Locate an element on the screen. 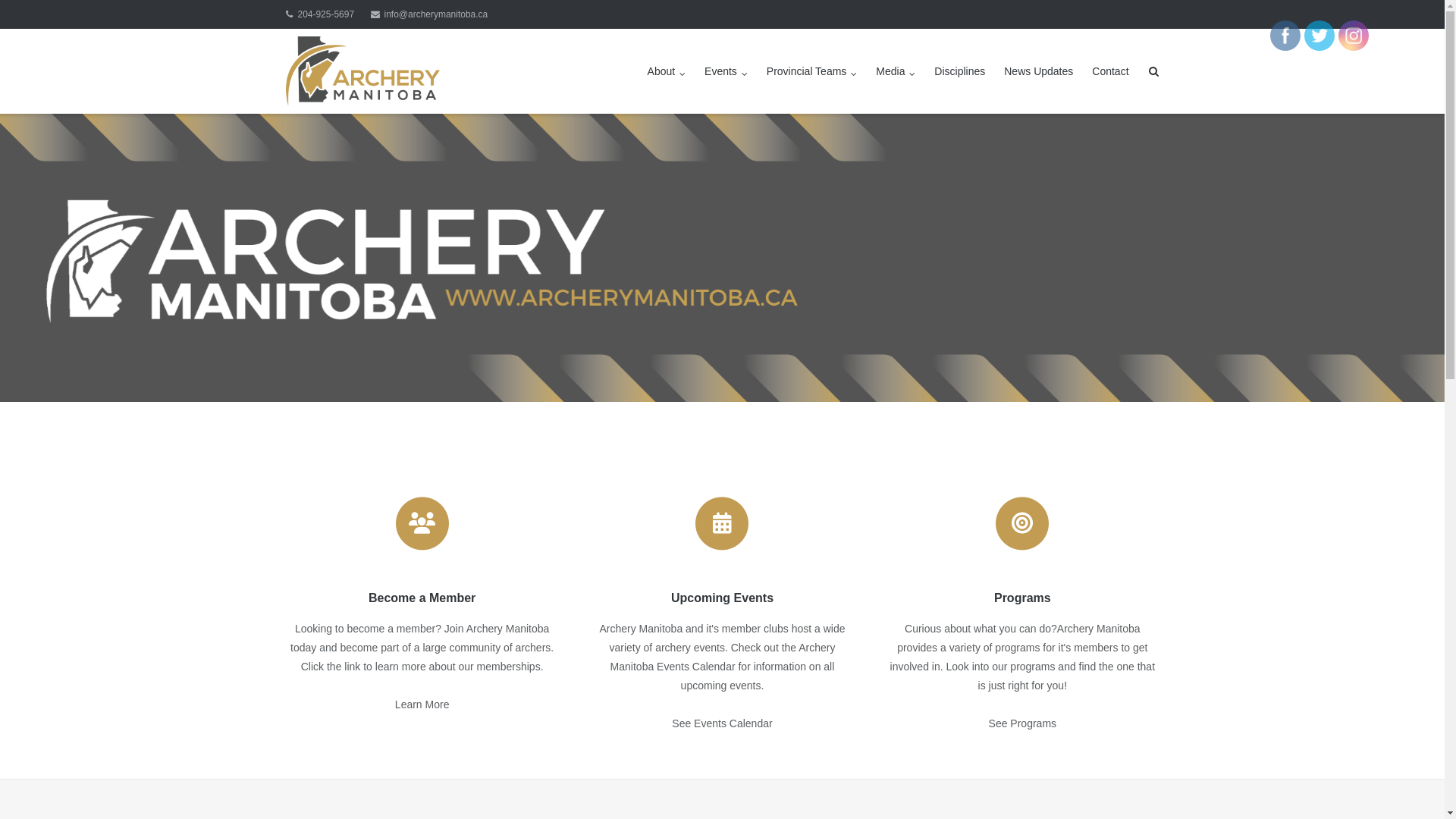  'Instagram' is located at coordinates (1354, 34).